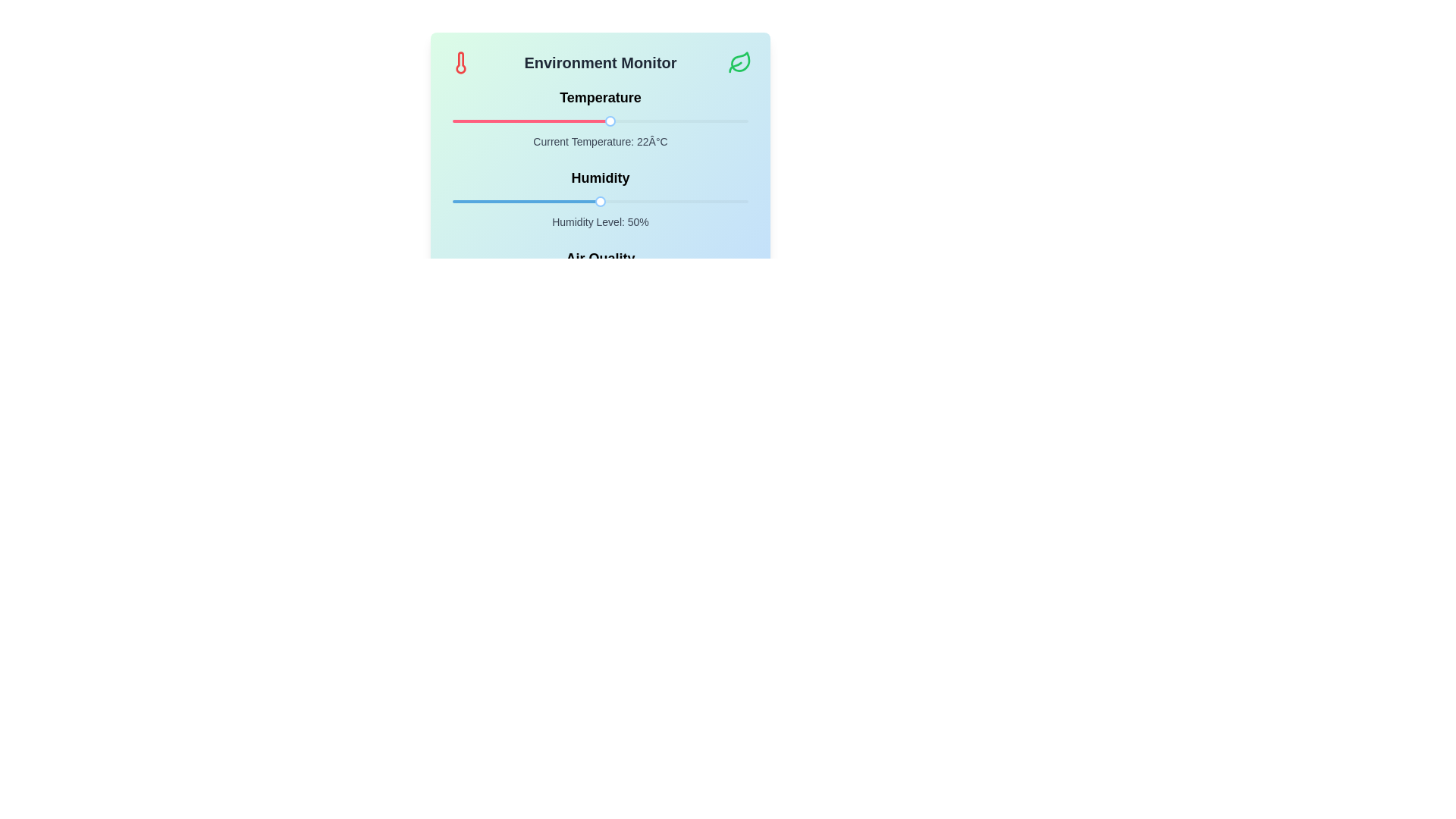 This screenshot has width=1456, height=819. I want to click on slider value, so click(541, 201).